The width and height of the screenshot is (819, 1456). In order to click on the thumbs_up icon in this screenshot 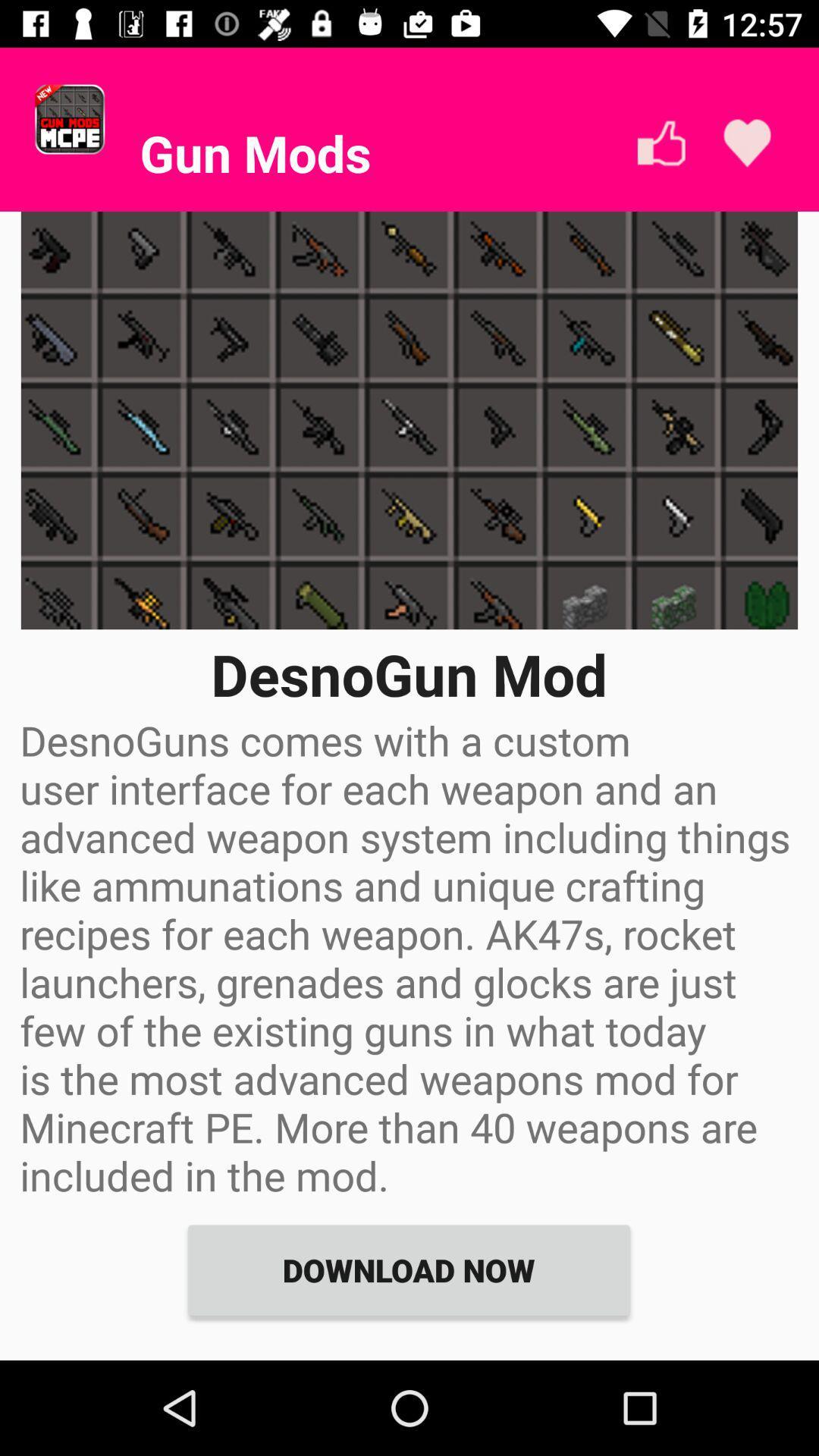, I will do `click(661, 143)`.